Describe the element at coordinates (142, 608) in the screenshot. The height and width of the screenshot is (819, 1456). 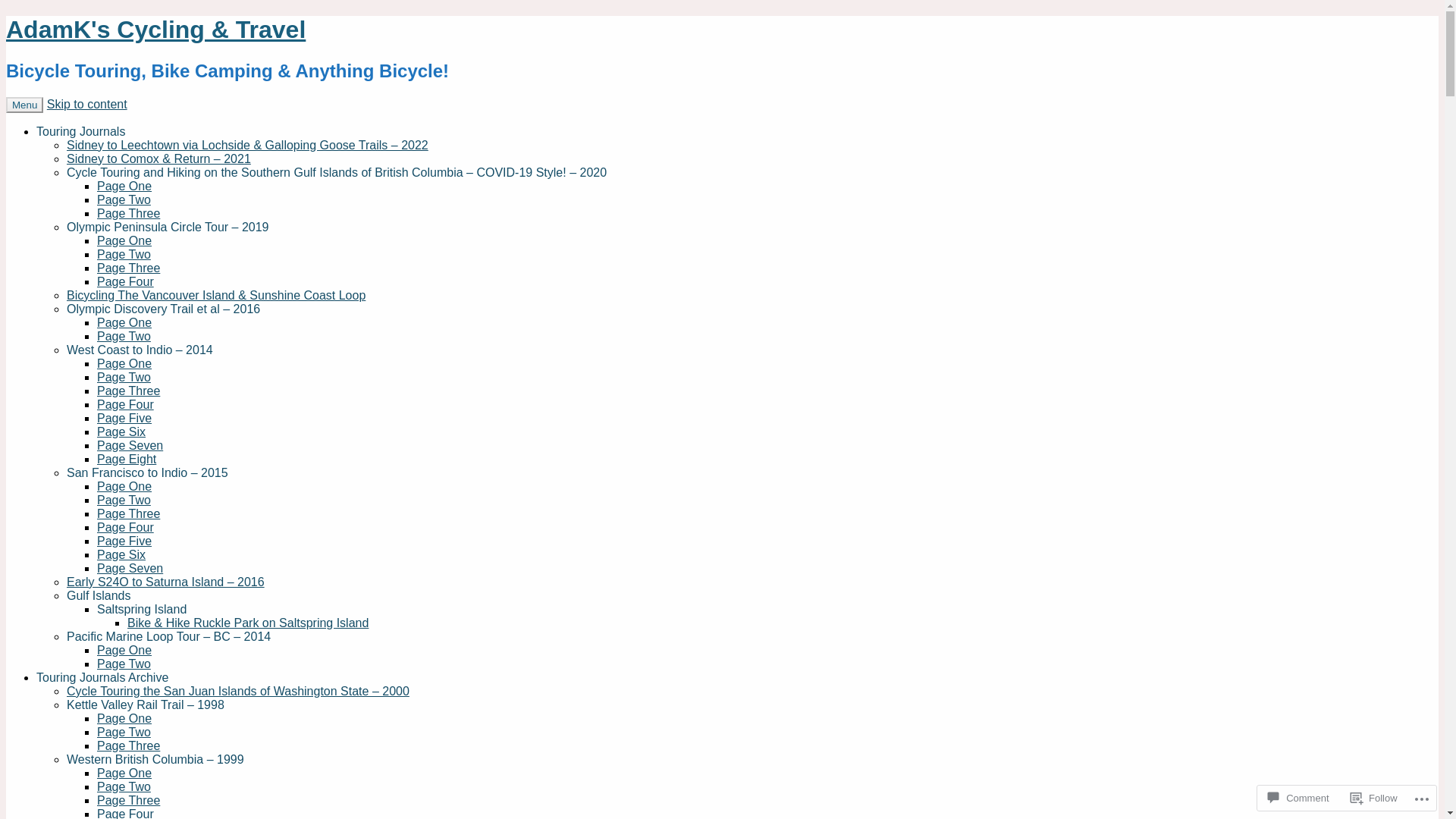
I see `'Saltspring Island'` at that location.